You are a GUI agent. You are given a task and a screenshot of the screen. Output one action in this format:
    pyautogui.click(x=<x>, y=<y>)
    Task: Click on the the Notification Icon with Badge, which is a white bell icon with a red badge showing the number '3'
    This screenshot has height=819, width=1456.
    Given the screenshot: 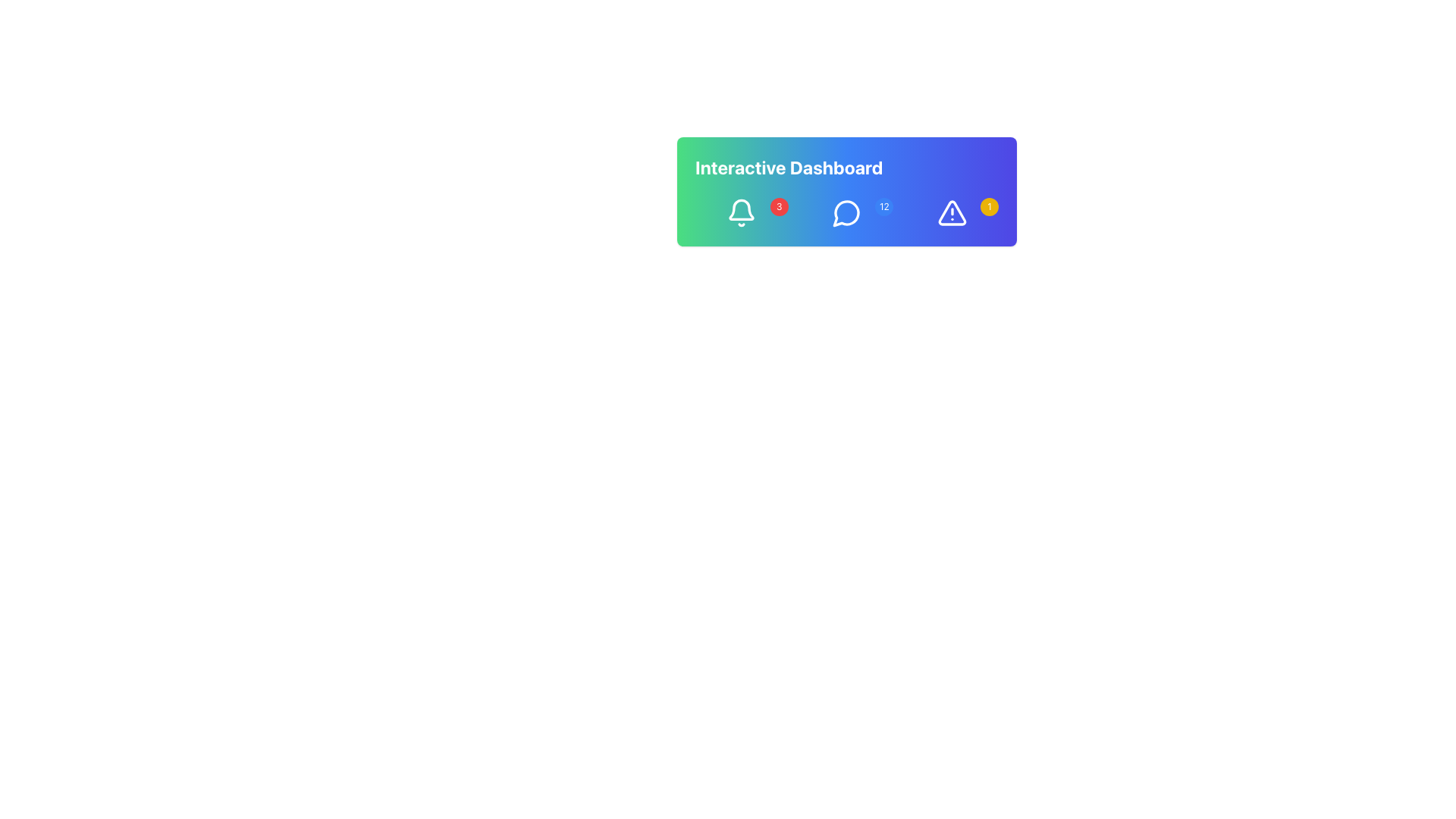 What is the action you would take?
    pyautogui.click(x=742, y=213)
    